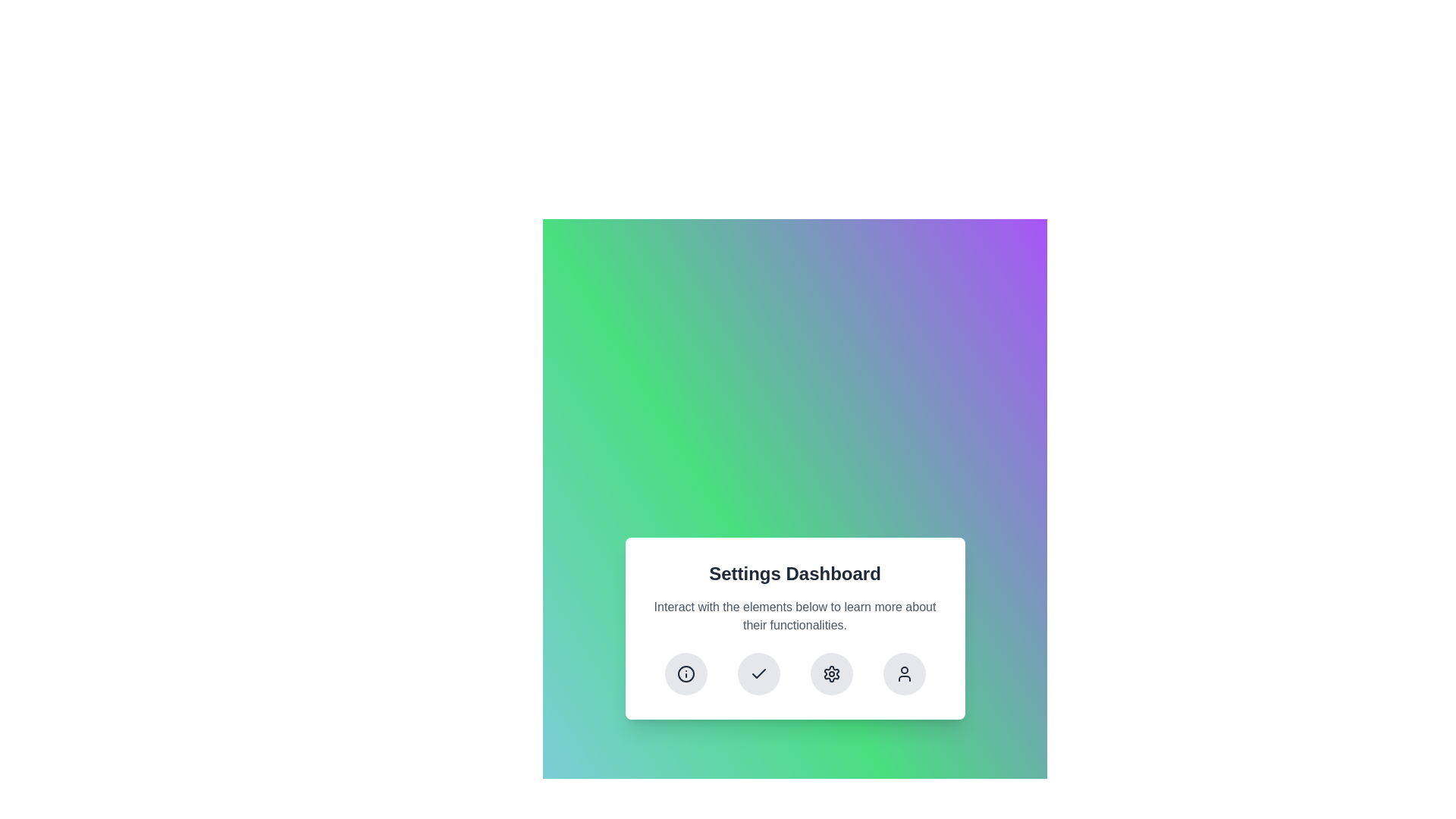 This screenshot has width=1456, height=819. What do you see at coordinates (794, 629) in the screenshot?
I see `the Card layout component which is a white rectangular card with rounded corners and containing a title, subtitle, and four circular icons at the bottom` at bounding box center [794, 629].